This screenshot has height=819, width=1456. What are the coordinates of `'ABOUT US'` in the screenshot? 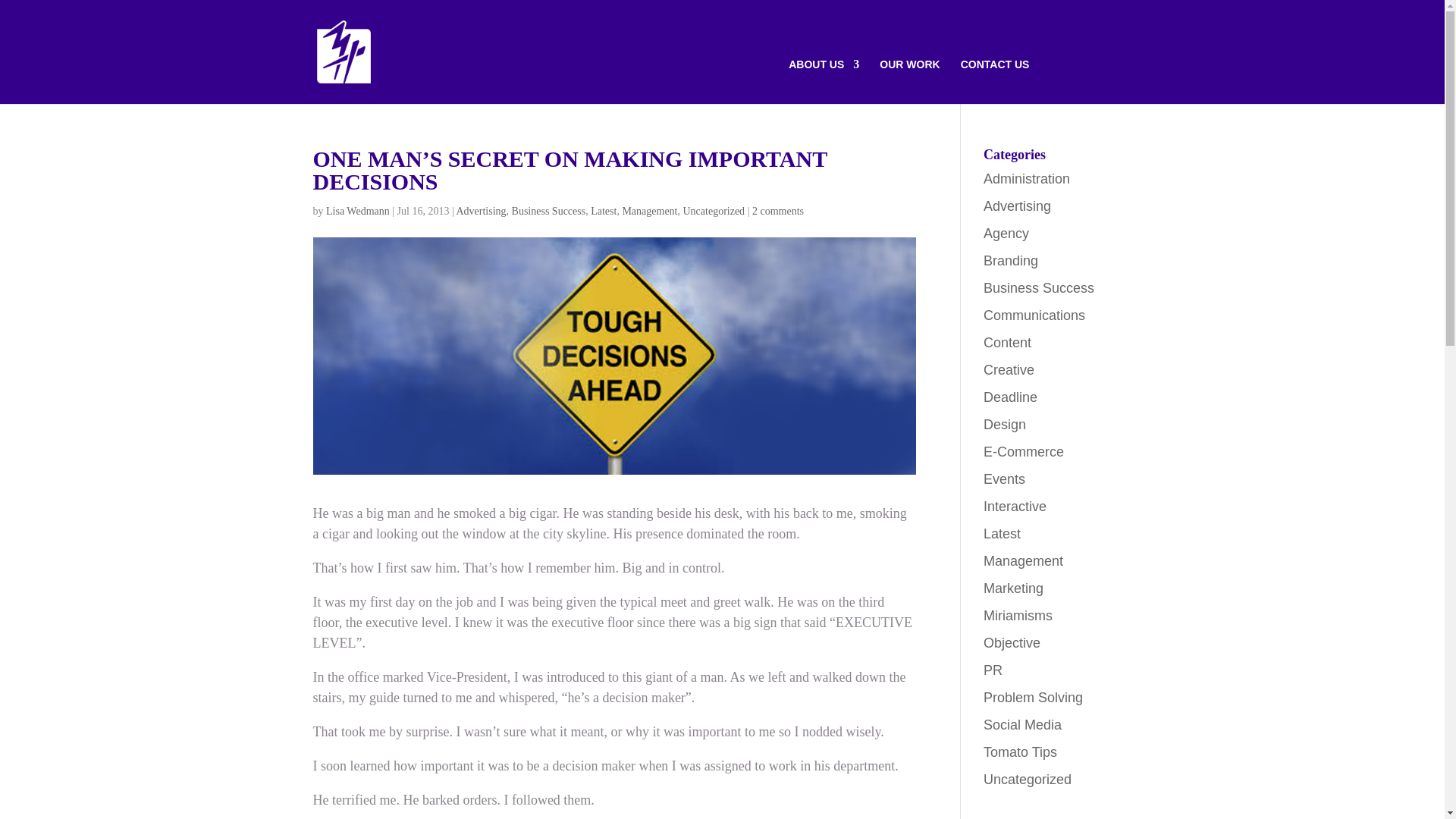 It's located at (823, 81).